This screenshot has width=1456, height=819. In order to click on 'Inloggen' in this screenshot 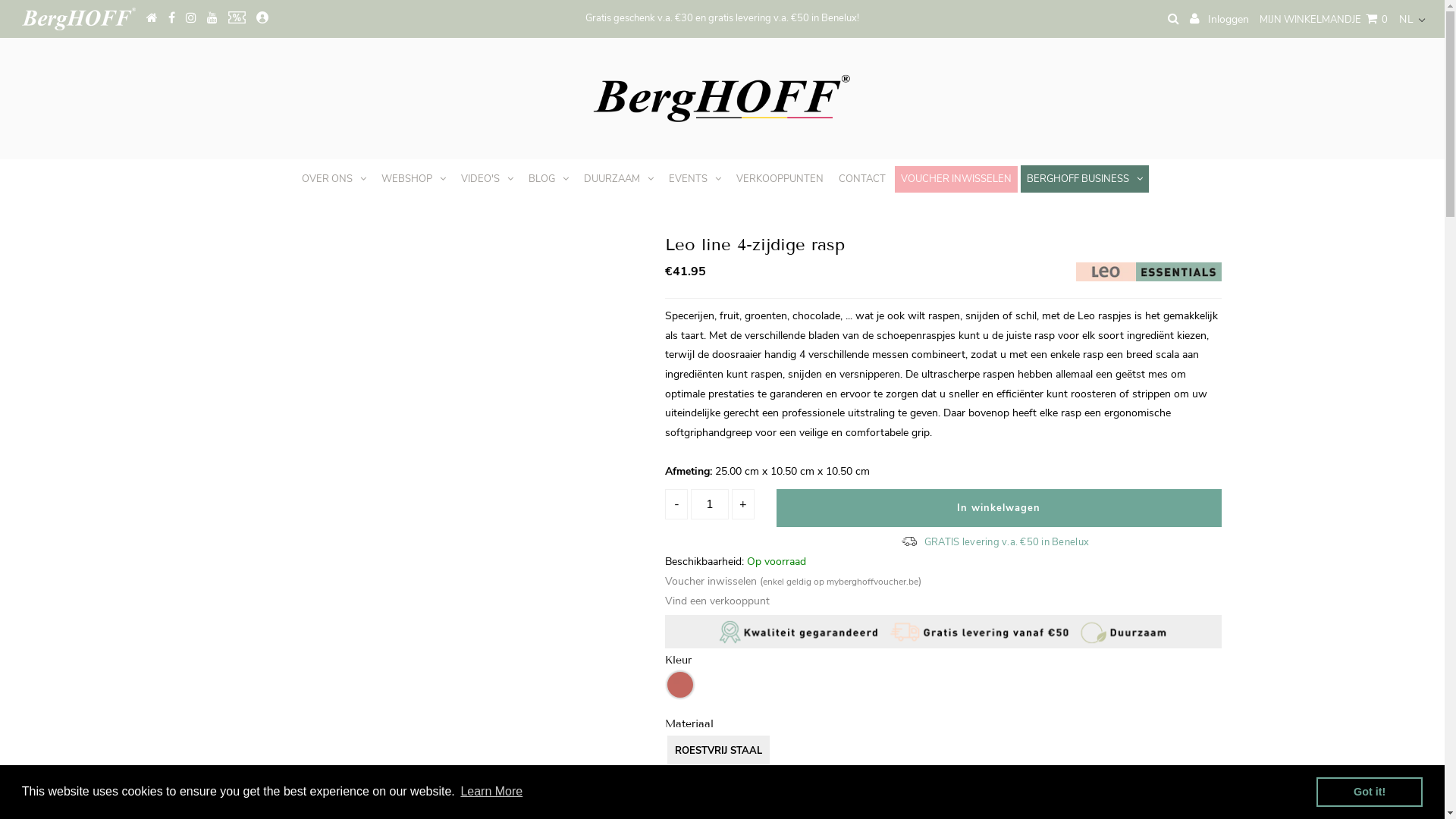, I will do `click(1189, 18)`.